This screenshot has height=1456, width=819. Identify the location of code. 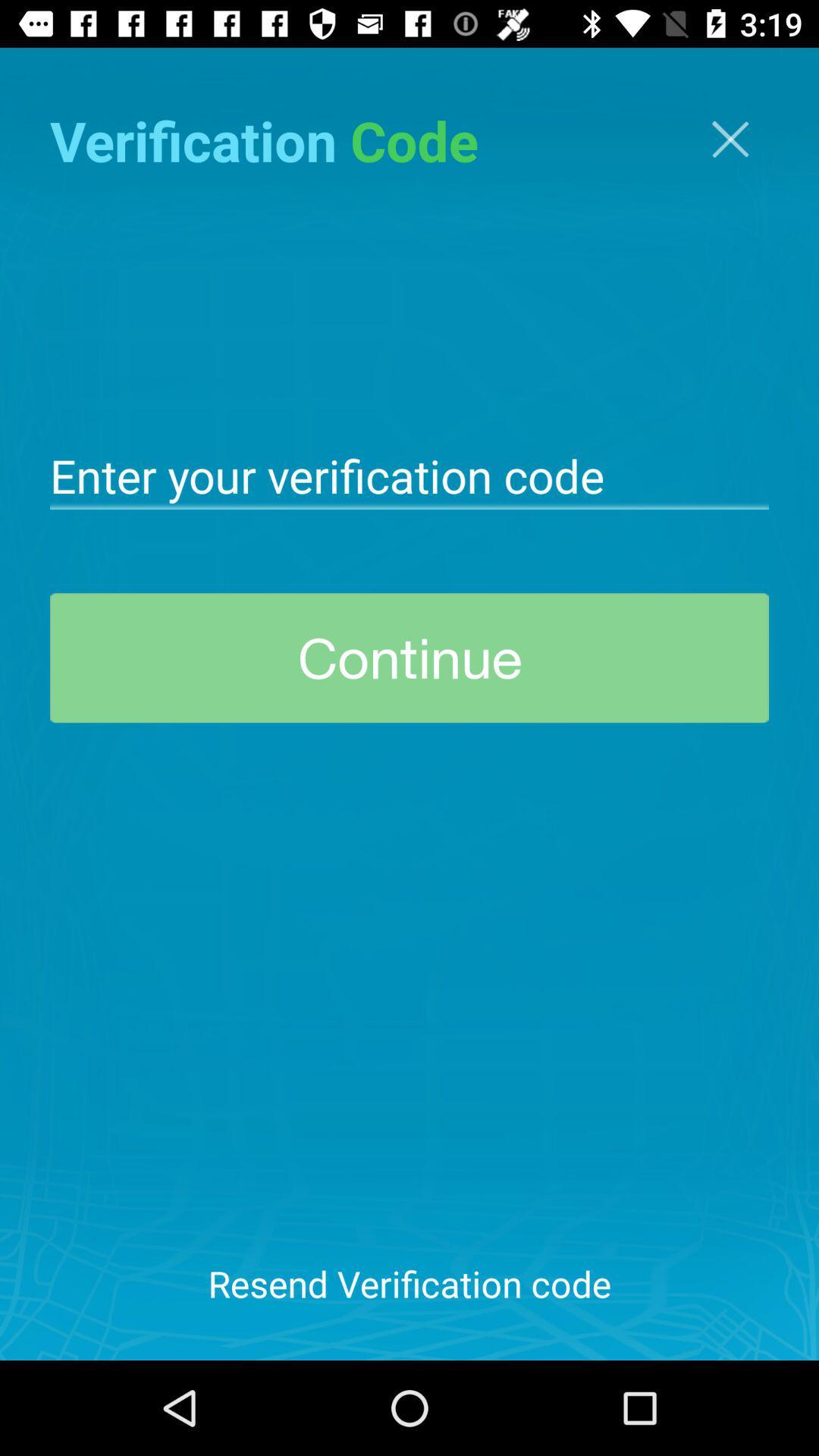
(409, 473).